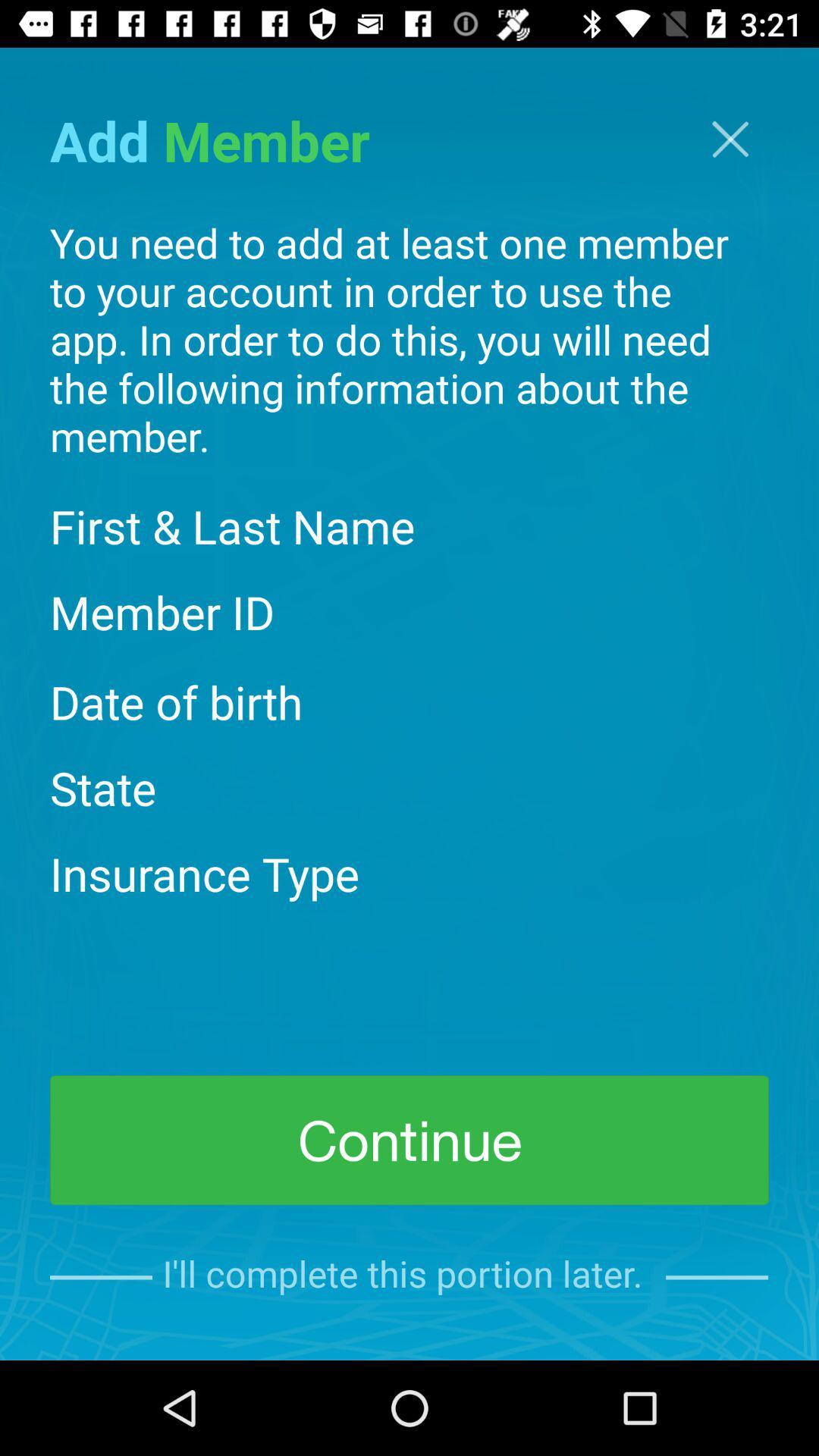  Describe the element at coordinates (409, 1140) in the screenshot. I see `the continue item` at that location.